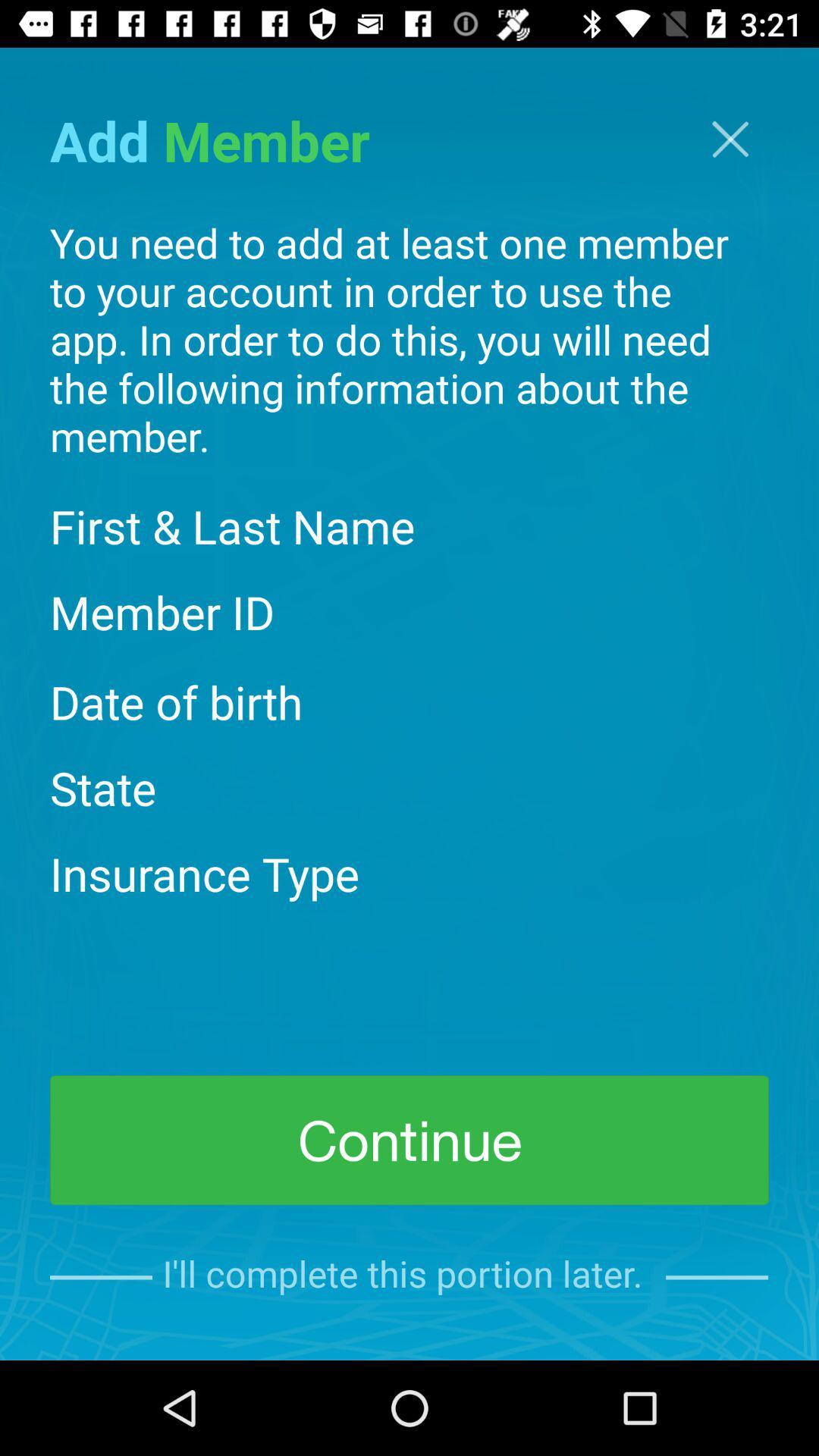  Describe the element at coordinates (409, 1140) in the screenshot. I see `the continue item` at that location.